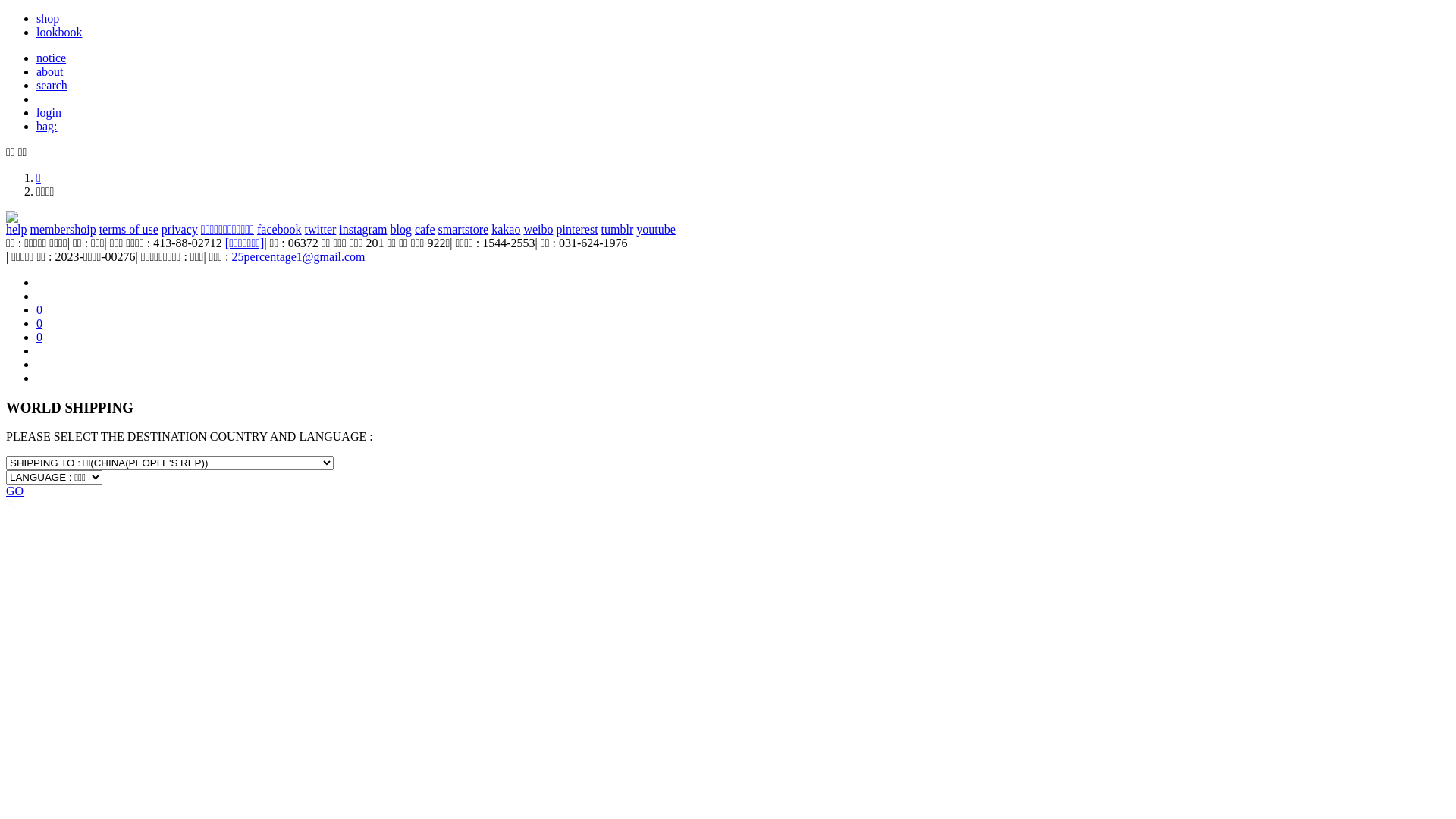  I want to click on 'youtube', so click(655, 229).